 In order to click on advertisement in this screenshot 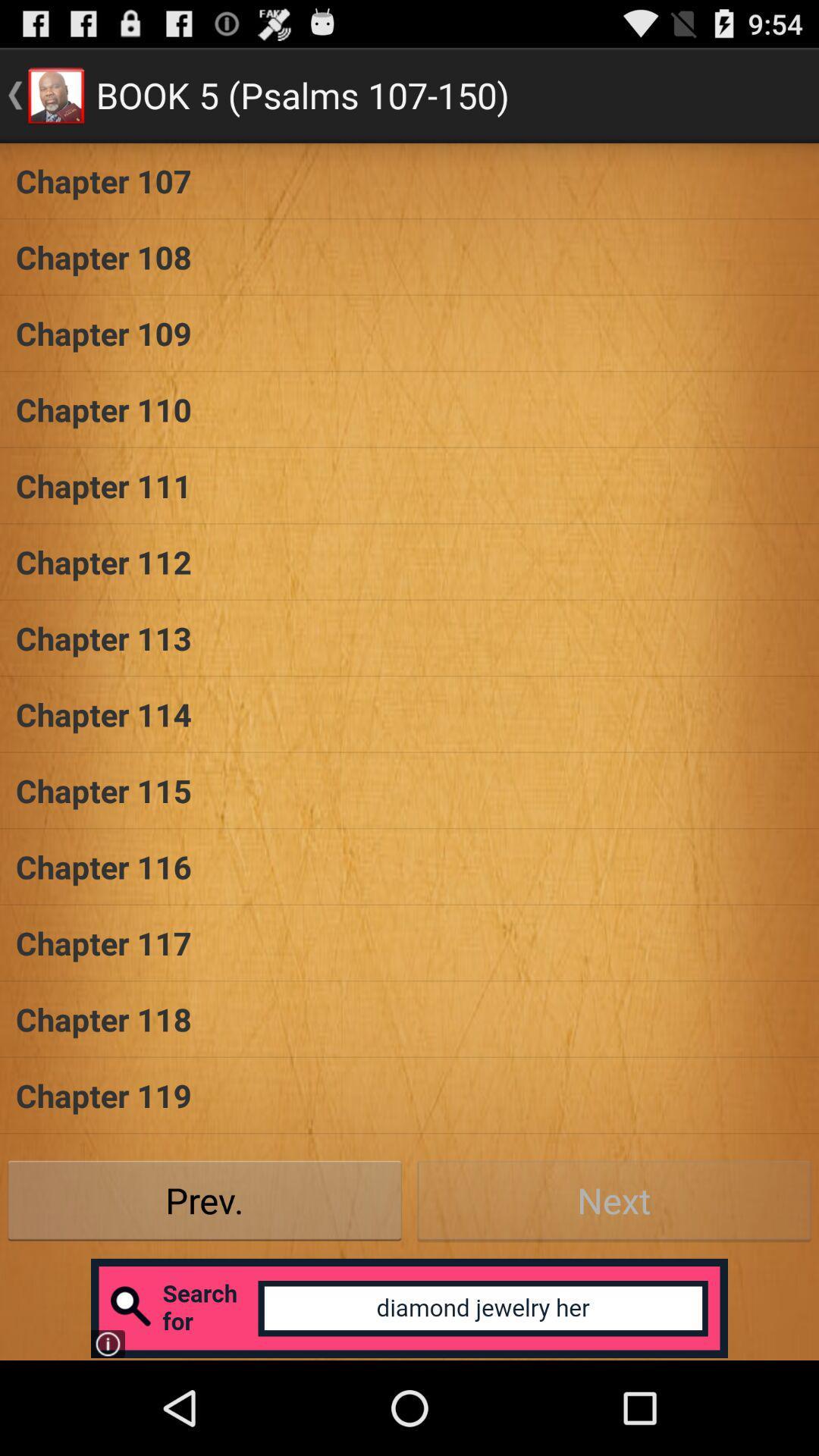, I will do `click(409, 1307)`.